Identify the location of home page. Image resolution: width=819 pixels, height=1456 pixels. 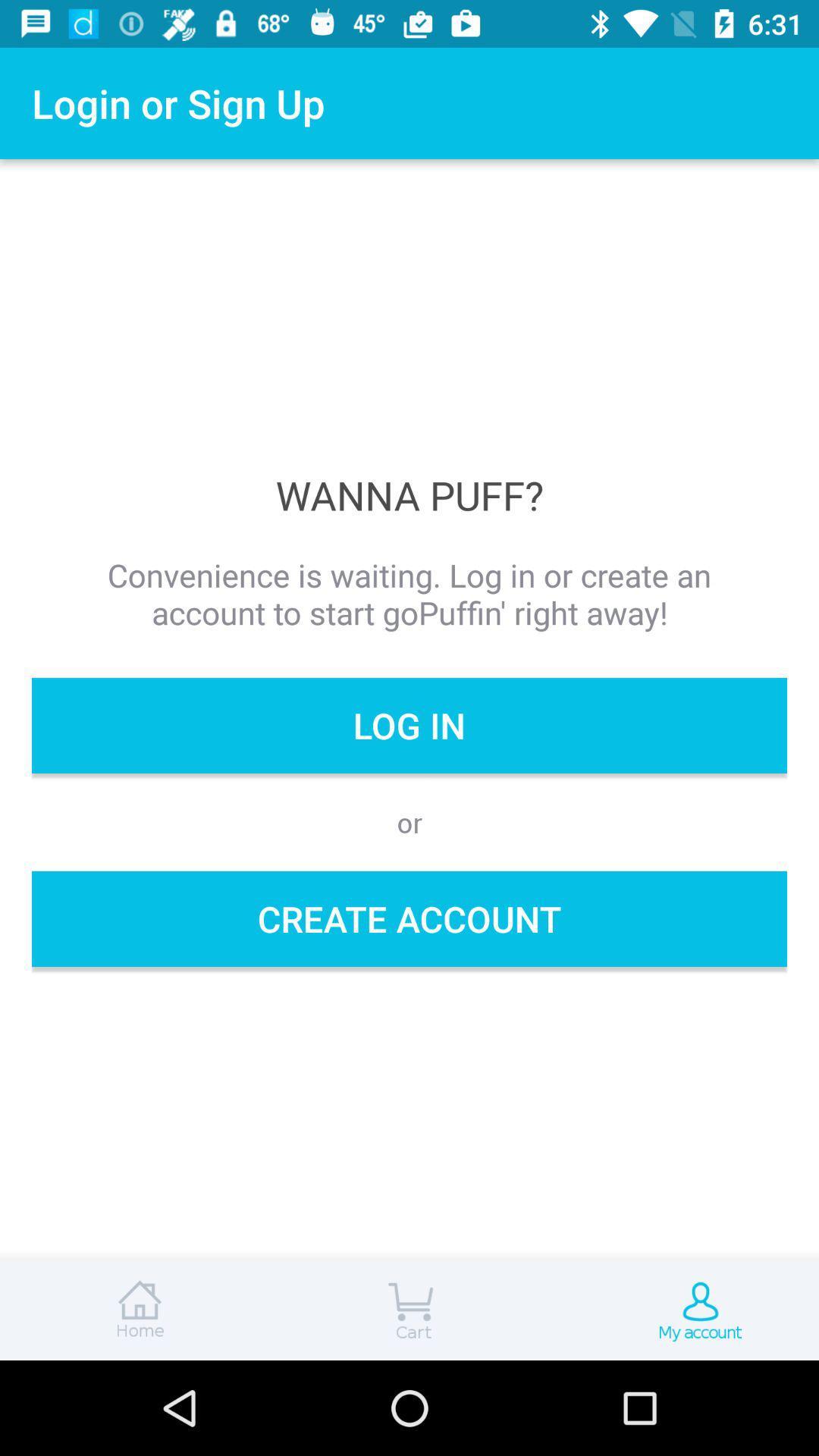
(136, 1310).